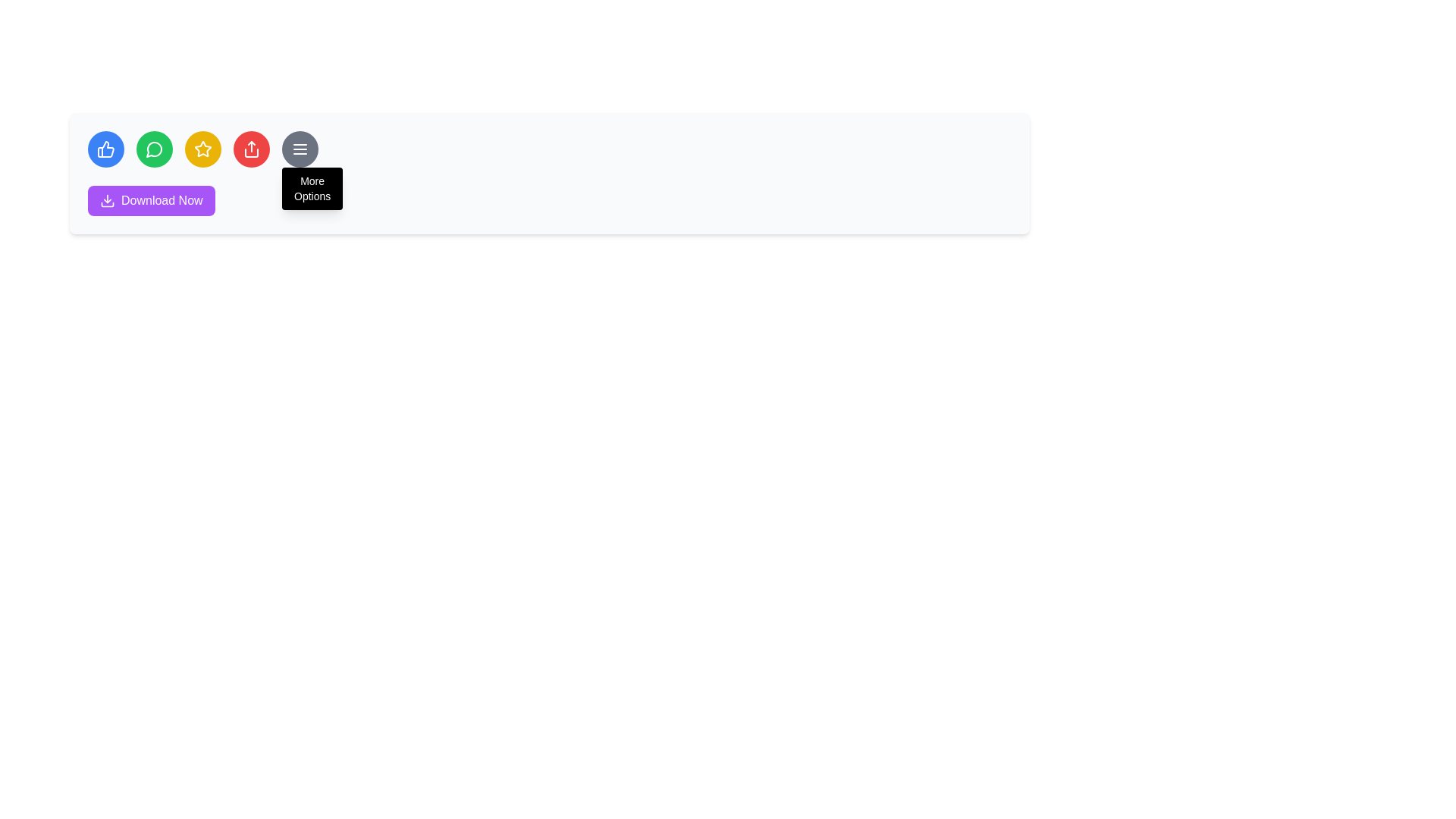  I want to click on the download icon located within the purple 'Download Now' button situated in the lower left area of the toolbar, so click(107, 200).